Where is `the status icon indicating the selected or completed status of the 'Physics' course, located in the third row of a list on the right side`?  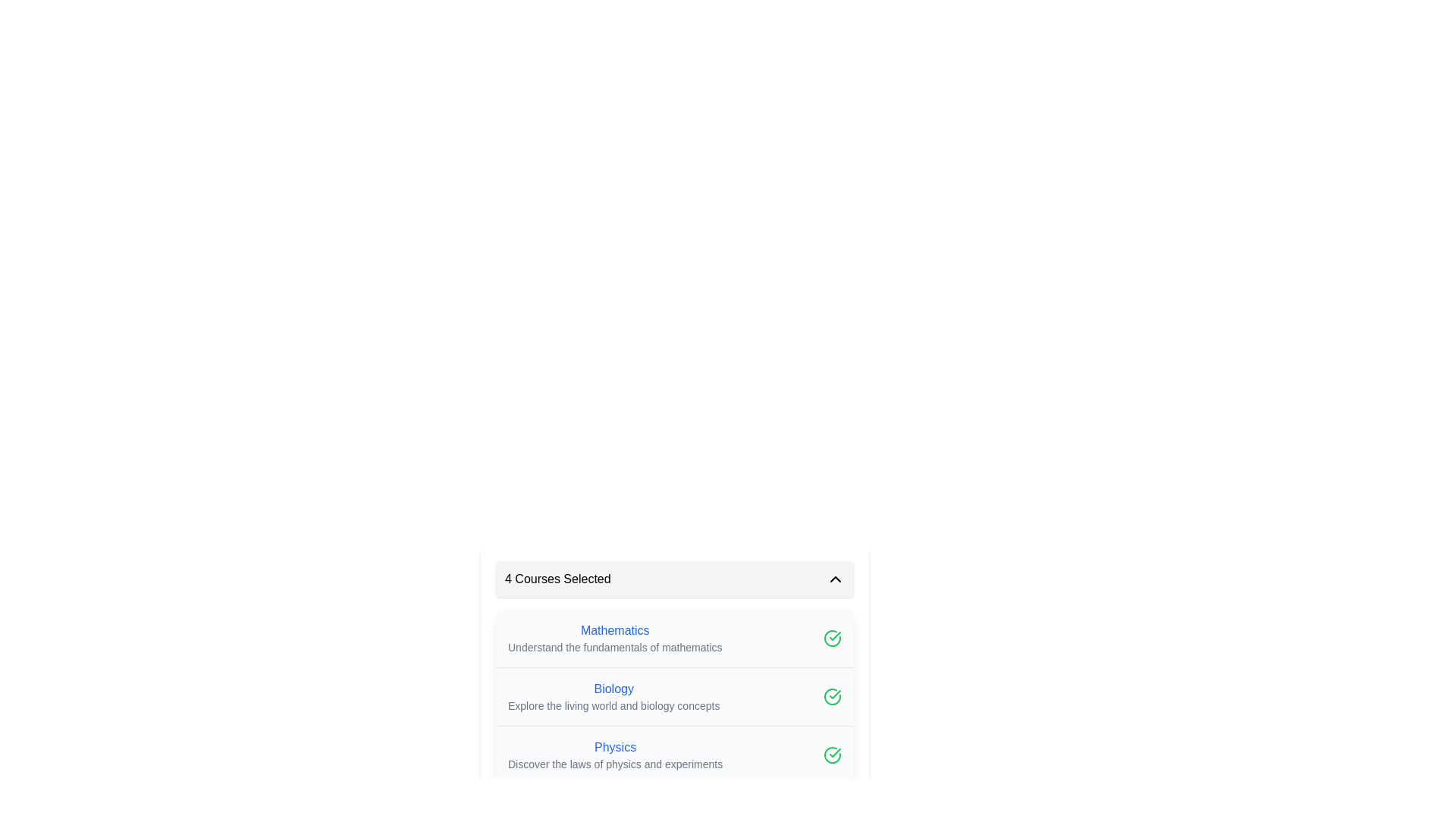 the status icon indicating the selected or completed status of the 'Physics' course, located in the third row of a list on the right side is located at coordinates (834, 752).